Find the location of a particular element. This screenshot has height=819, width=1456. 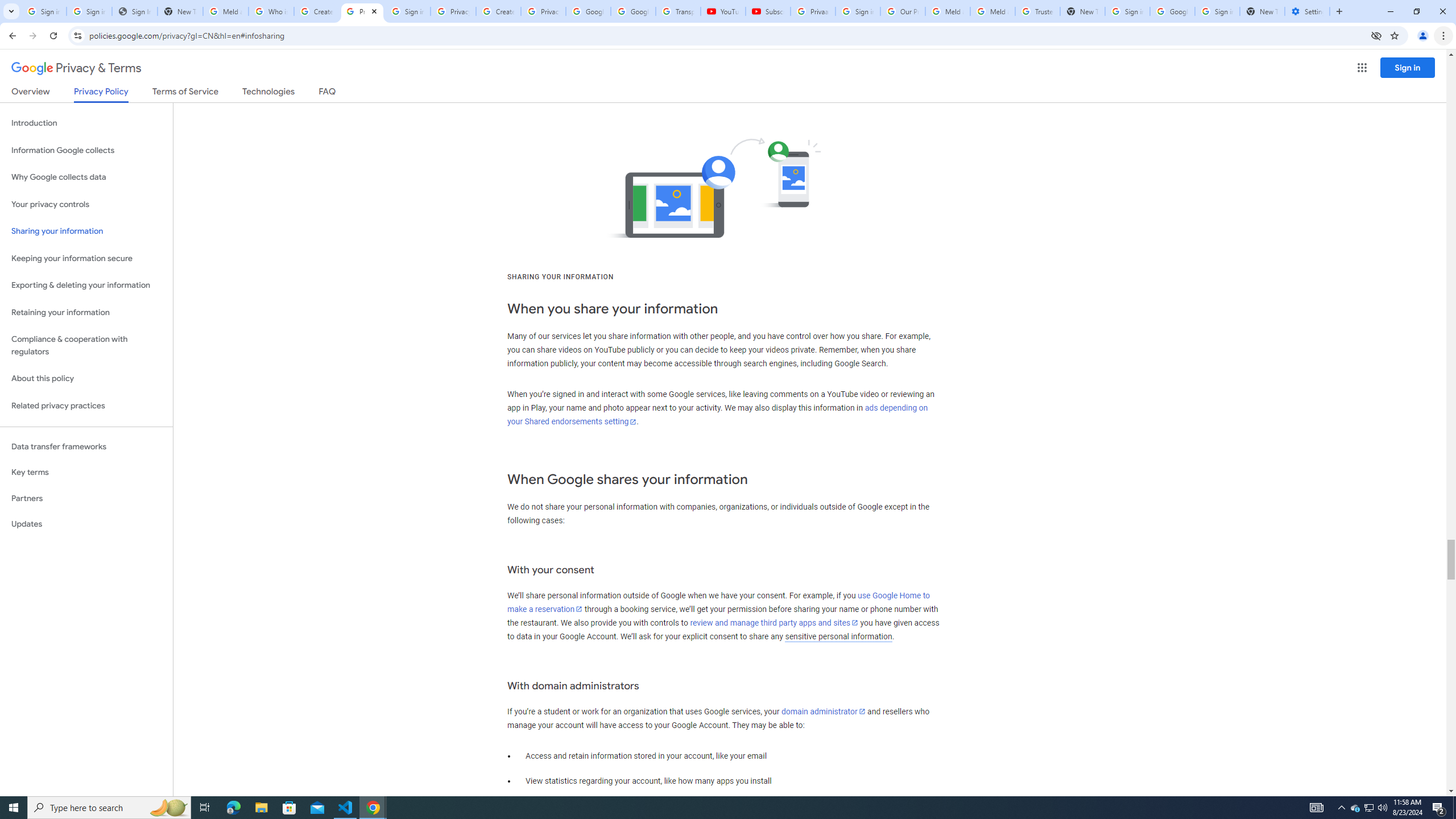

'Sharing your information' is located at coordinates (86, 230).